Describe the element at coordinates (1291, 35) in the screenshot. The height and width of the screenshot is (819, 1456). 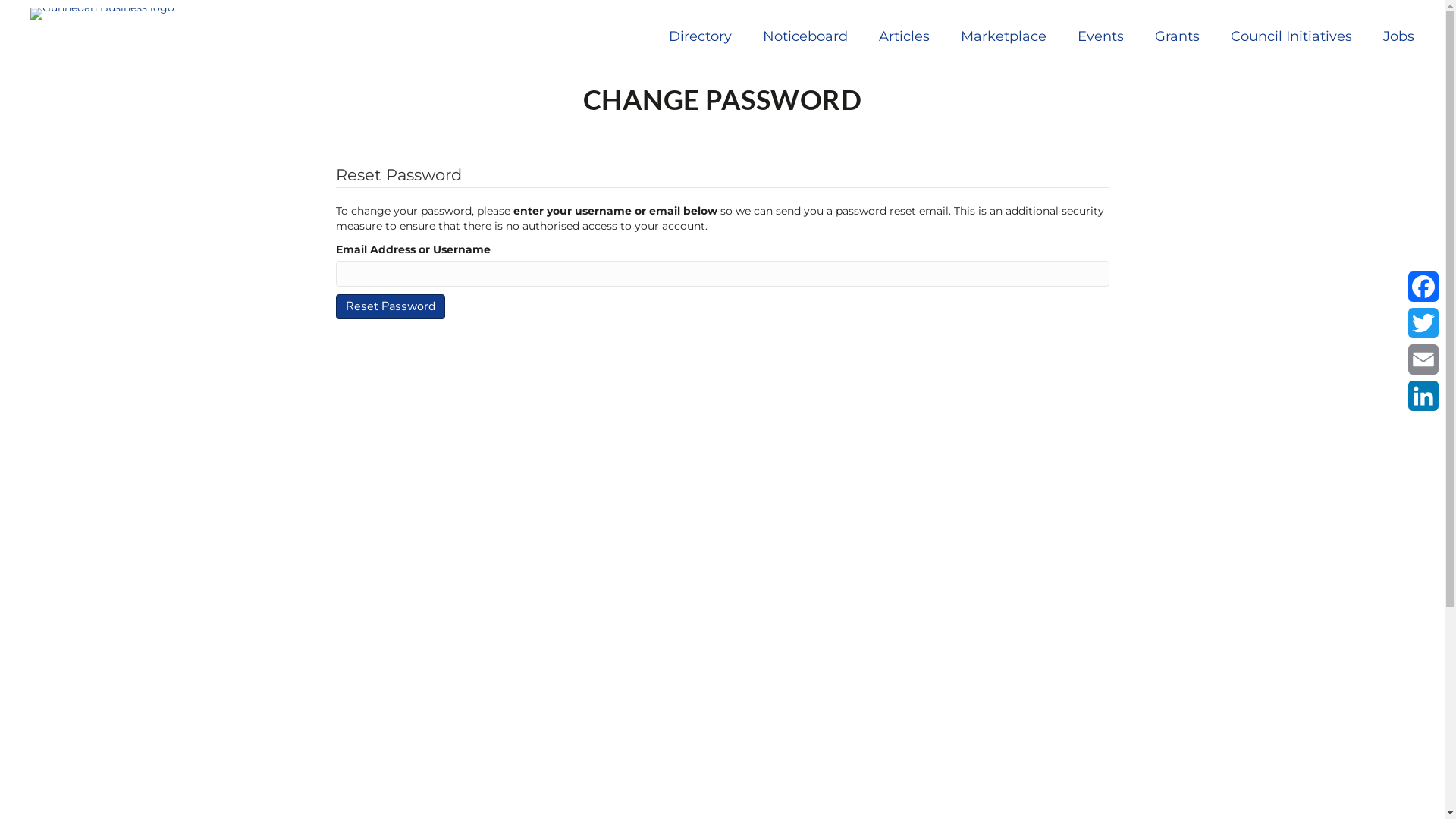
I see `'Council Initiatives'` at that location.